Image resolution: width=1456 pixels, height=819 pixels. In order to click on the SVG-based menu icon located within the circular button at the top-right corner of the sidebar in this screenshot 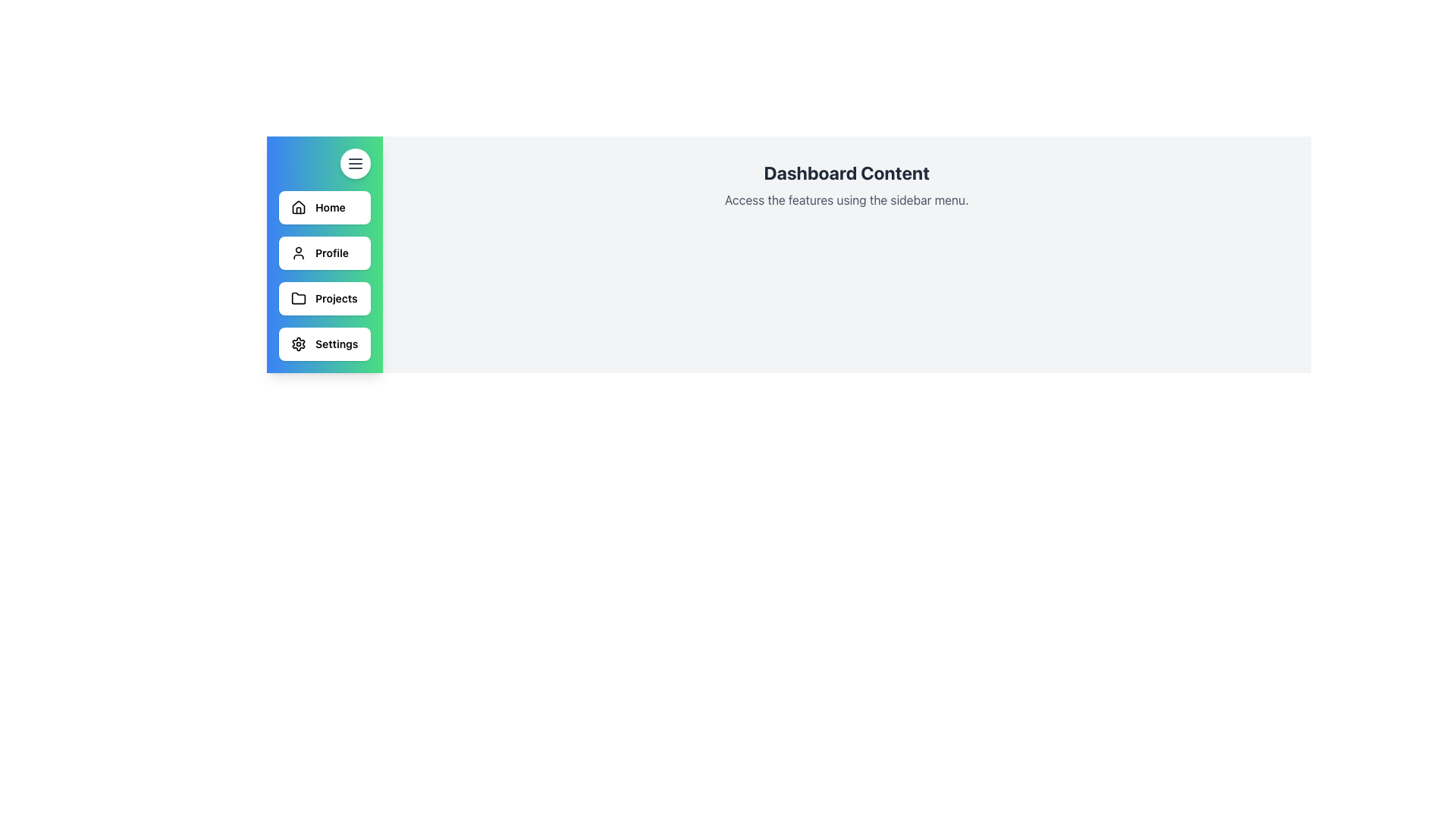, I will do `click(354, 164)`.